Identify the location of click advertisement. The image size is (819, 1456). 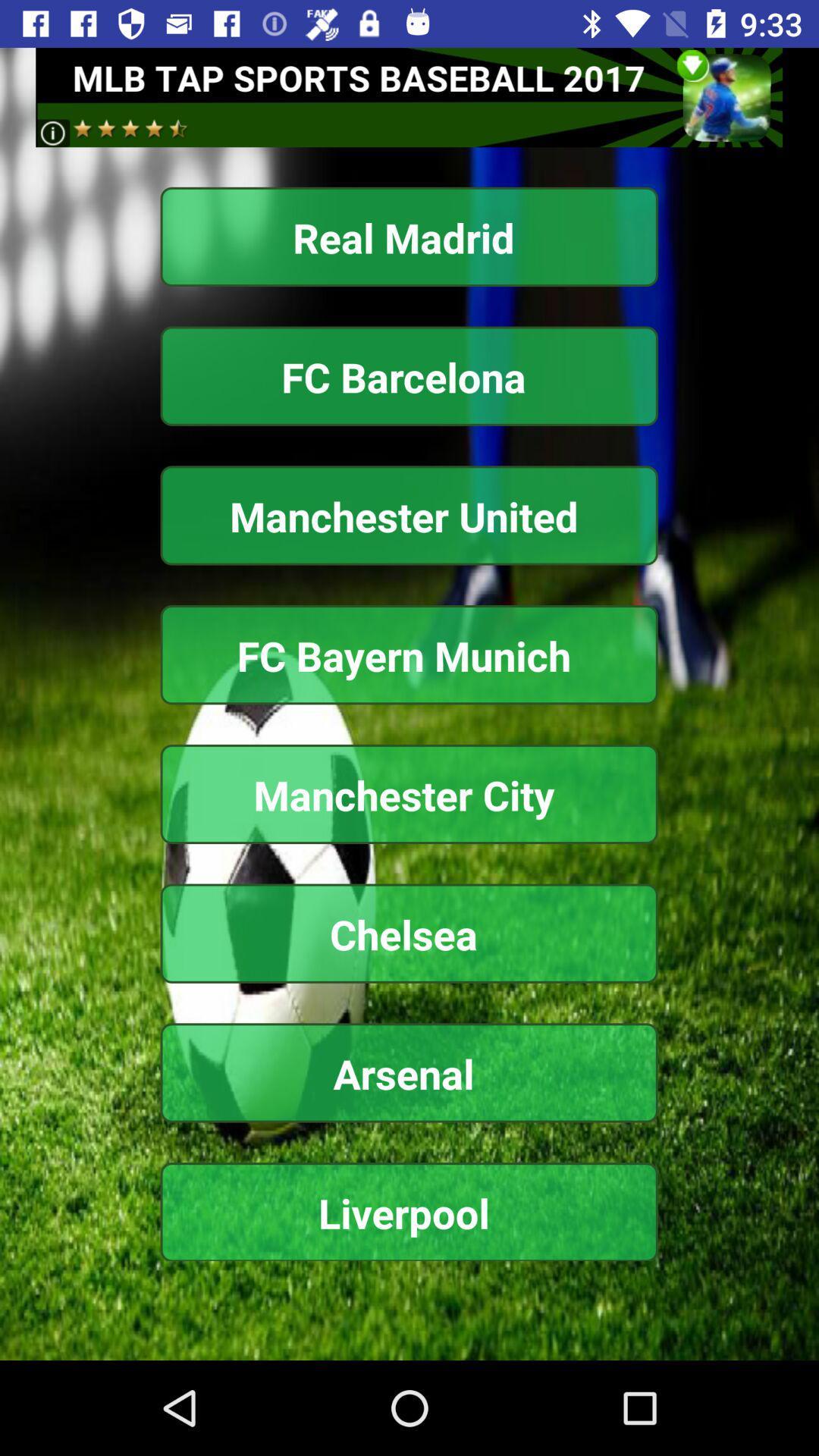
(408, 96).